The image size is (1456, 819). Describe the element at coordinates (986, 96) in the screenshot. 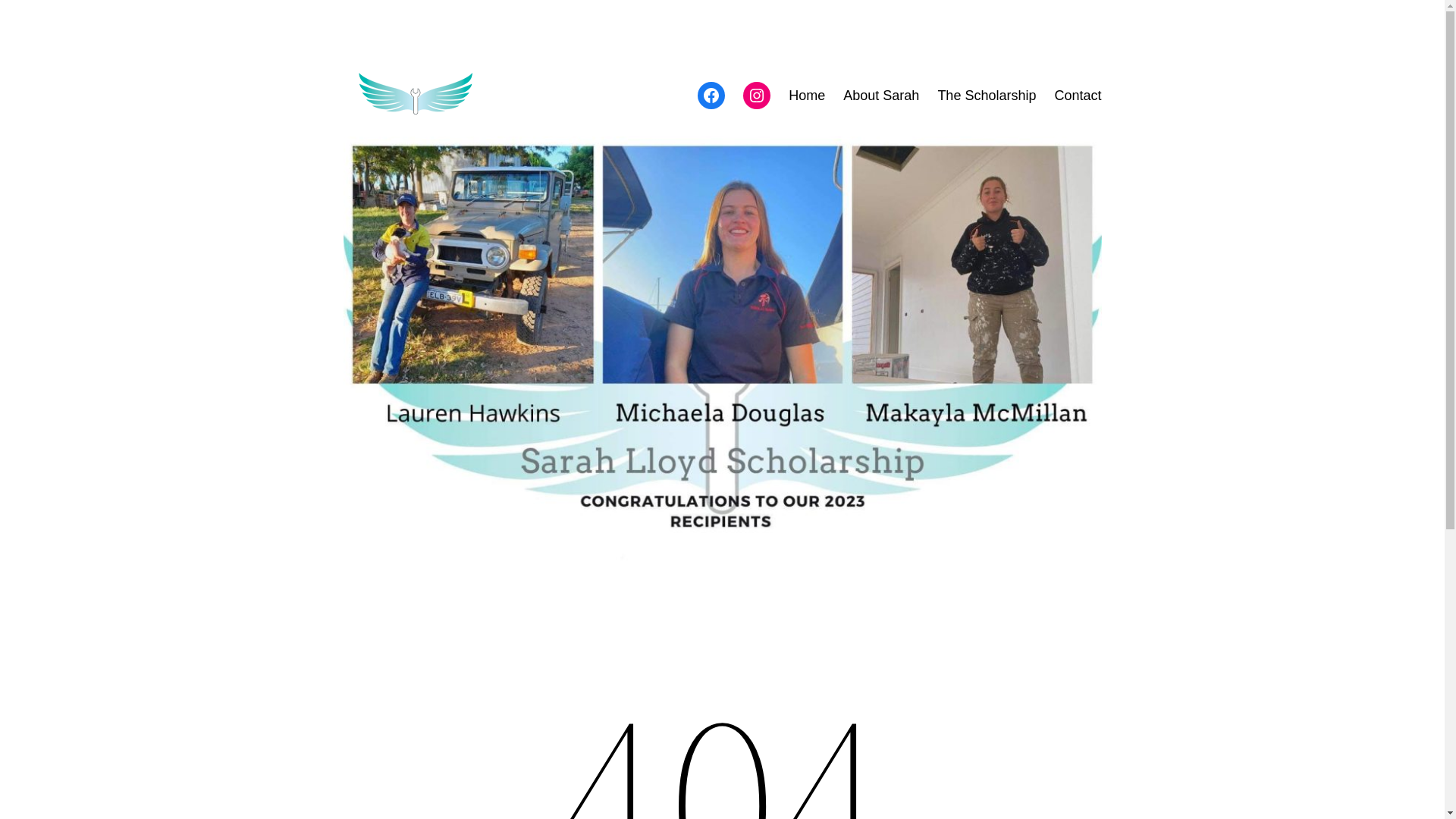

I see `'The Scholarship'` at that location.